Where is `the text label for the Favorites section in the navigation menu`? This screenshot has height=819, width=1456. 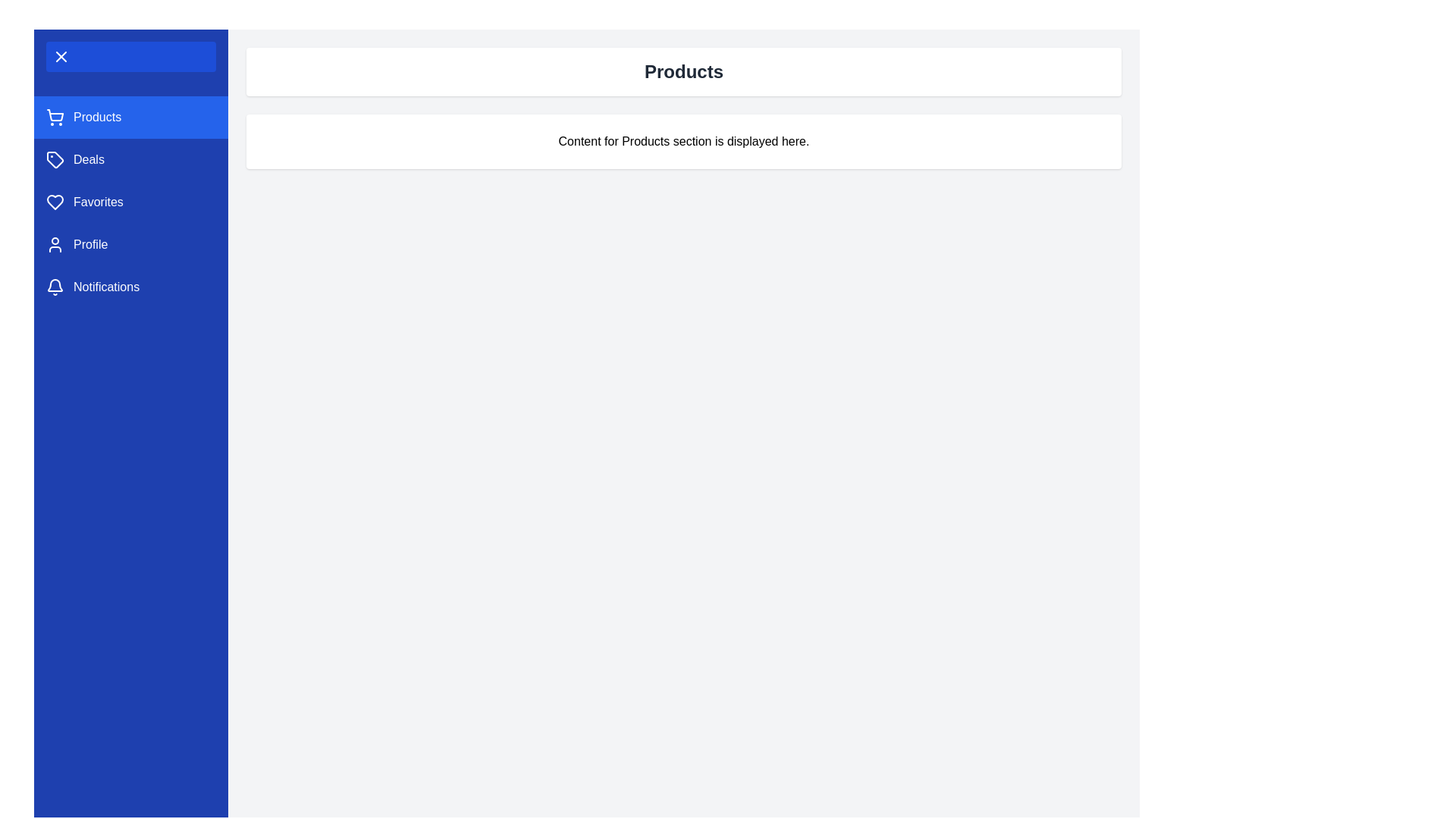
the text label for the Favorites section in the navigation menu is located at coordinates (97, 201).